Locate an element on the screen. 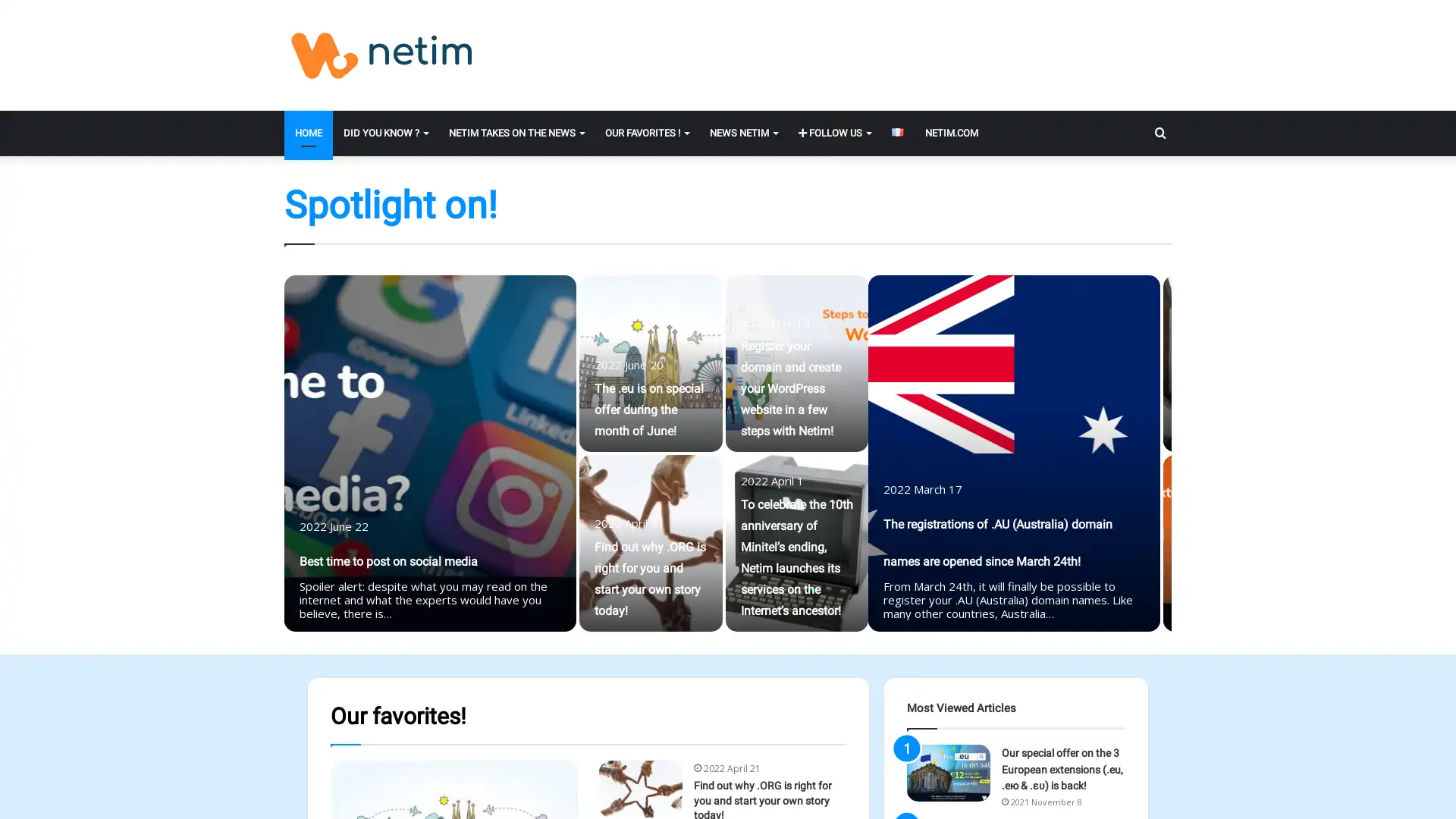 Image resolution: width=1456 pixels, height=819 pixels. Accept is located at coordinates (921, 795).